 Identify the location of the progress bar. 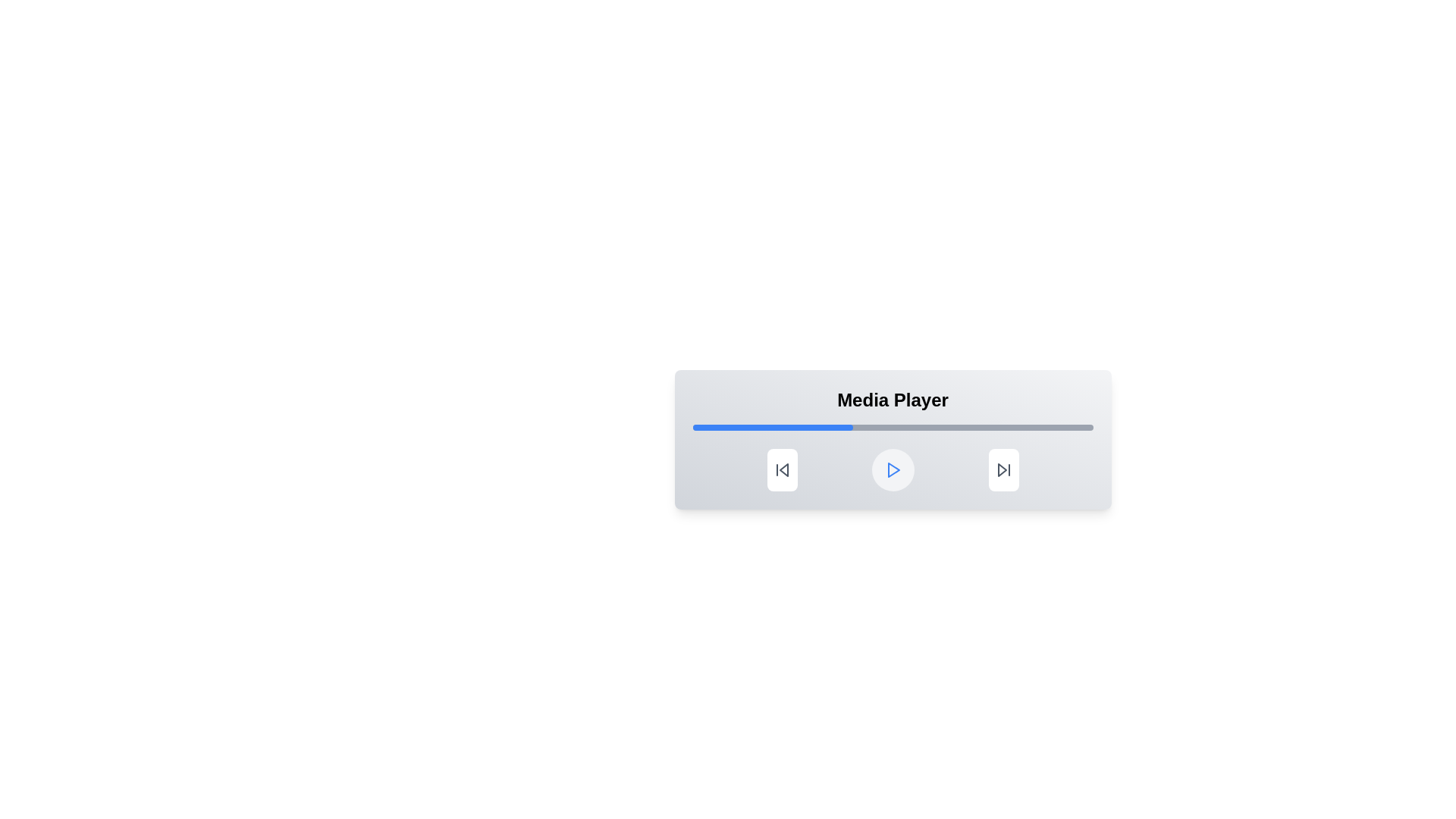
(1021, 427).